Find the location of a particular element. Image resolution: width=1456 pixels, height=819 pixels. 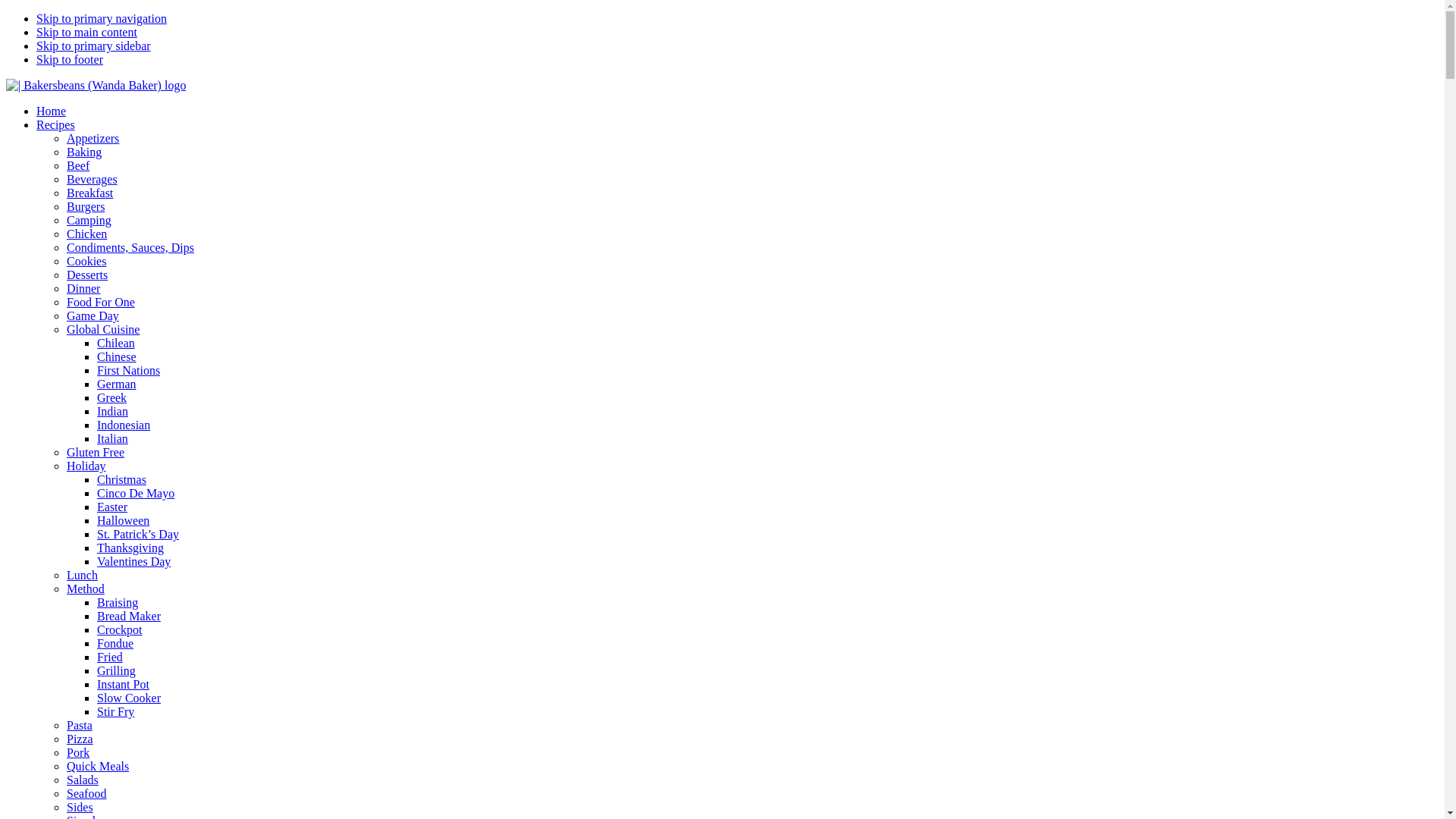

'Beef' is located at coordinates (77, 165).